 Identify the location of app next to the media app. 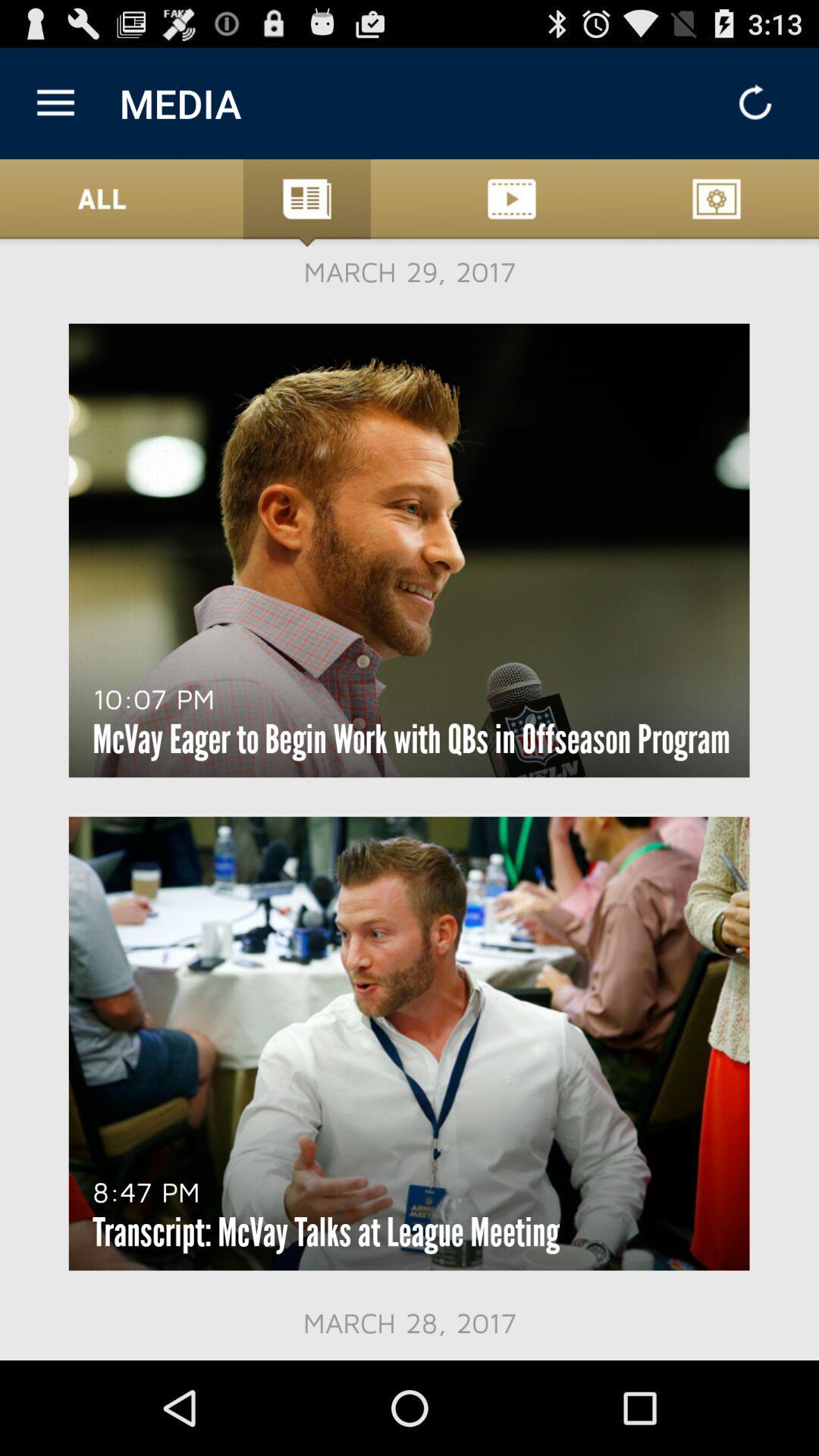
(55, 102).